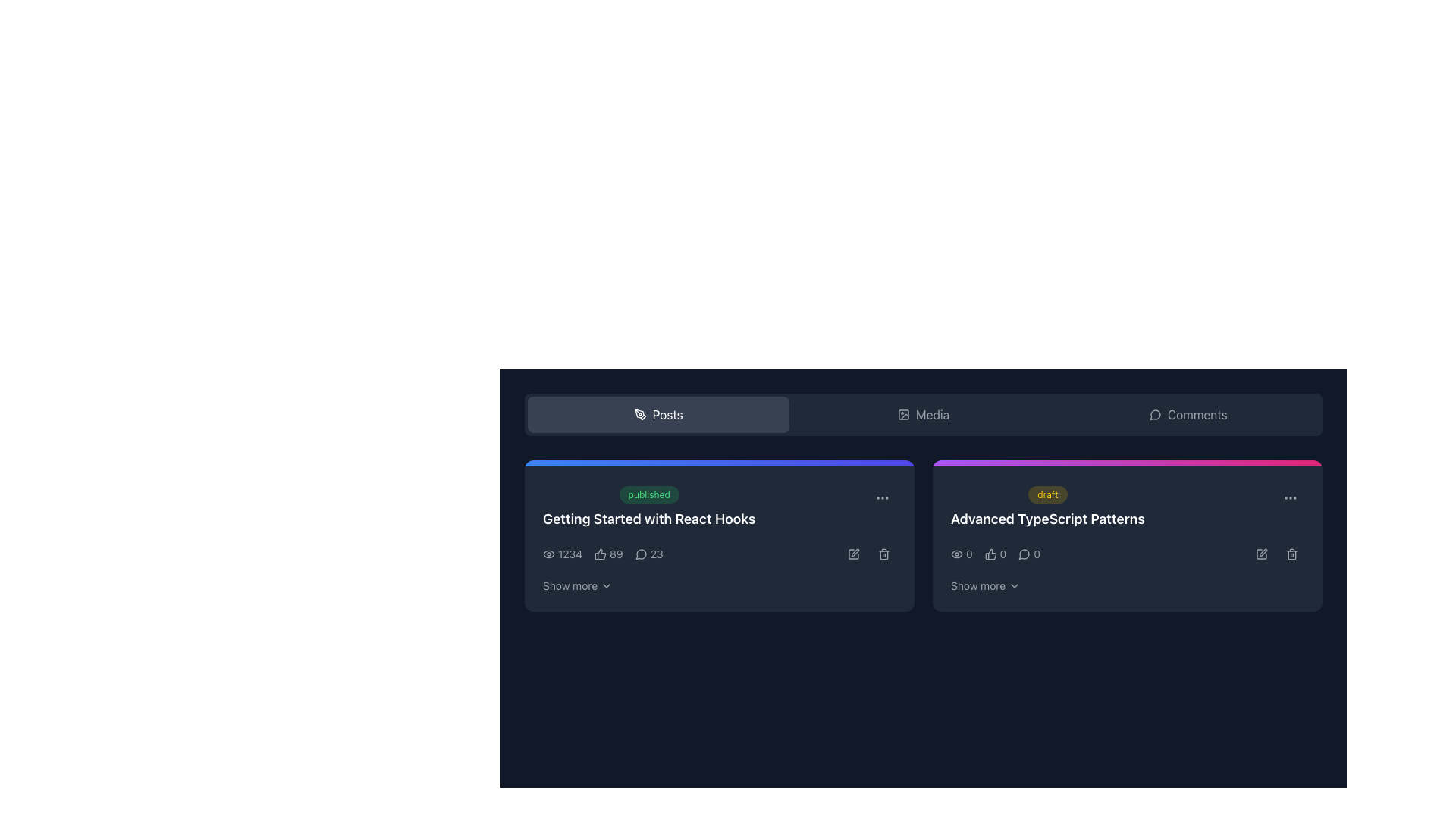 This screenshot has height=819, width=1456. Describe the element at coordinates (616, 554) in the screenshot. I see `like count displayed next to the thumbs-up icon in the card under the heading 'Getting Started with React Hooks'` at that location.